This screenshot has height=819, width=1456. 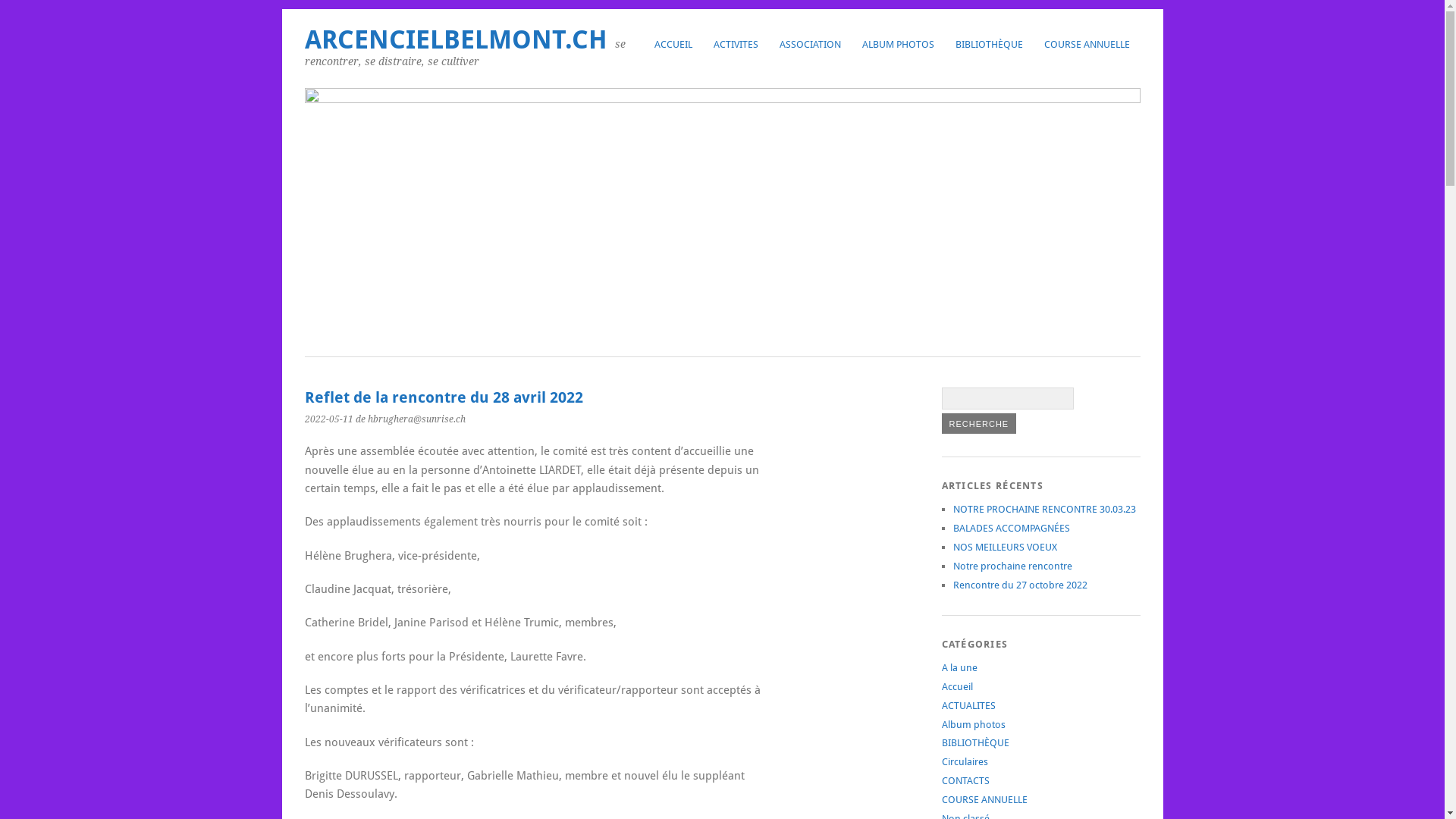 What do you see at coordinates (968, 705) in the screenshot?
I see `'ACTUALITES'` at bounding box center [968, 705].